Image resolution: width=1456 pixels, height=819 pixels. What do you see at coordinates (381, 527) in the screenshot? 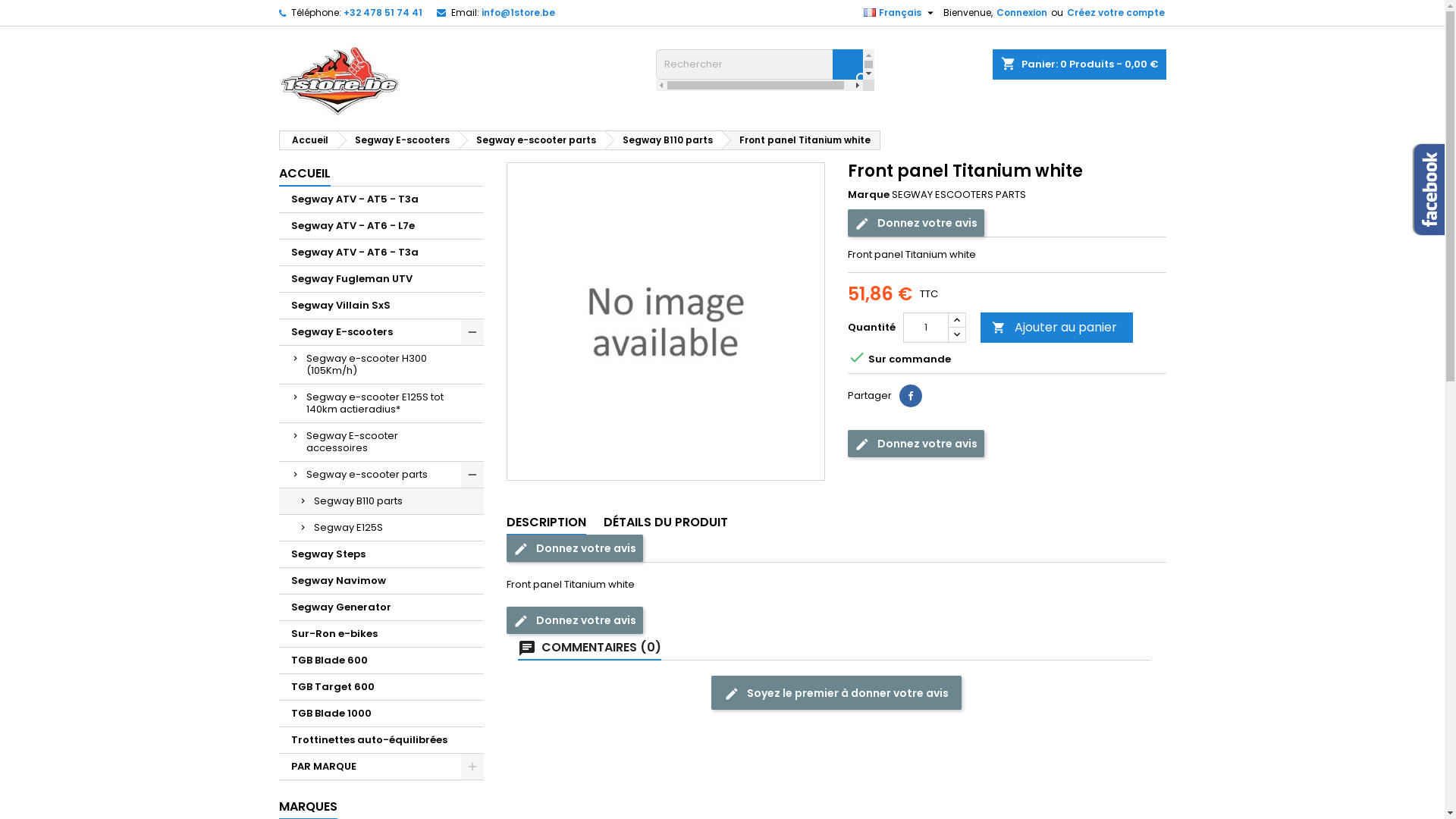
I see `'Segway E125S'` at bounding box center [381, 527].